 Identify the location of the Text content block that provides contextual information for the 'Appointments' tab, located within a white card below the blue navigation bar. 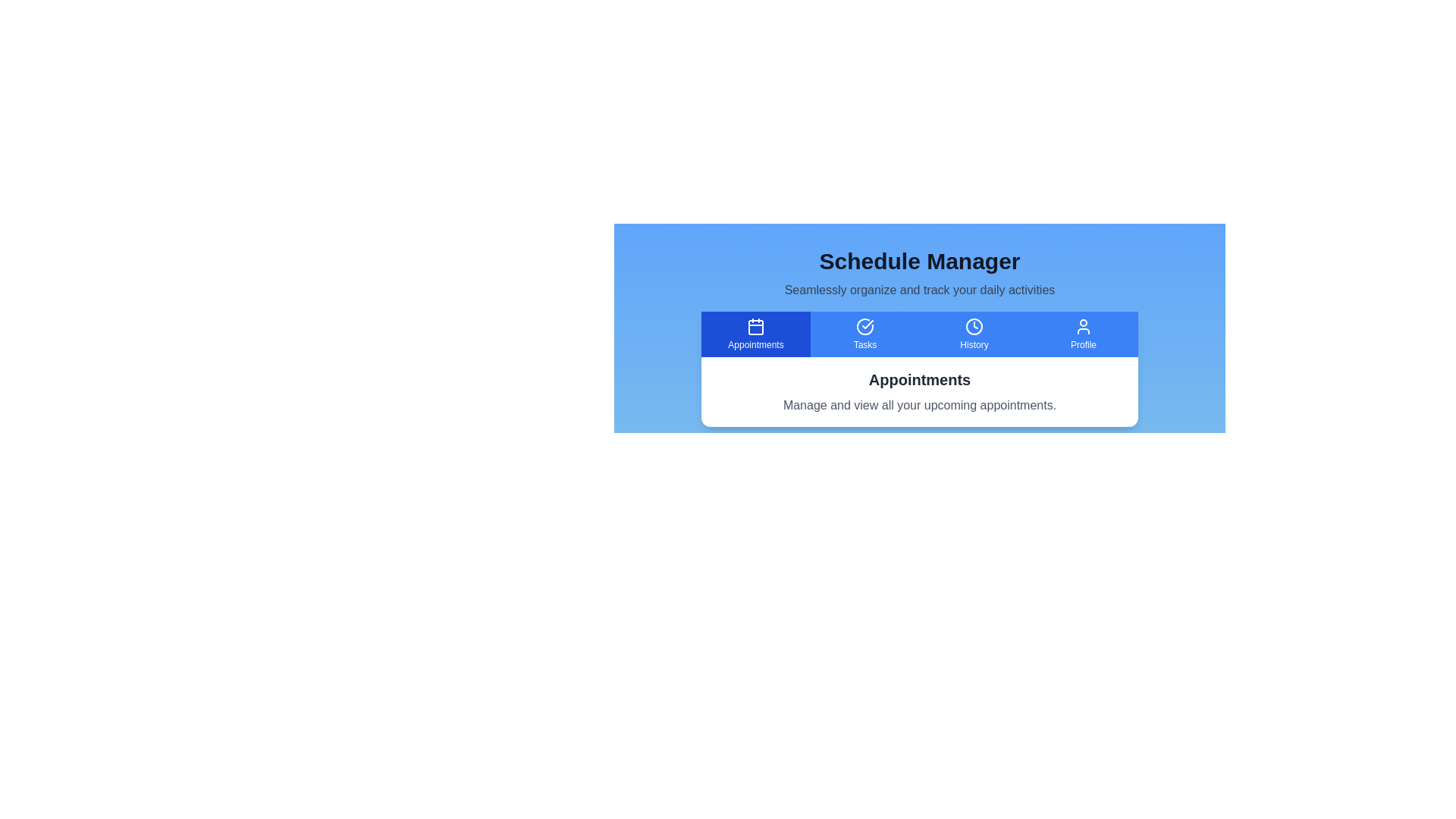
(919, 369).